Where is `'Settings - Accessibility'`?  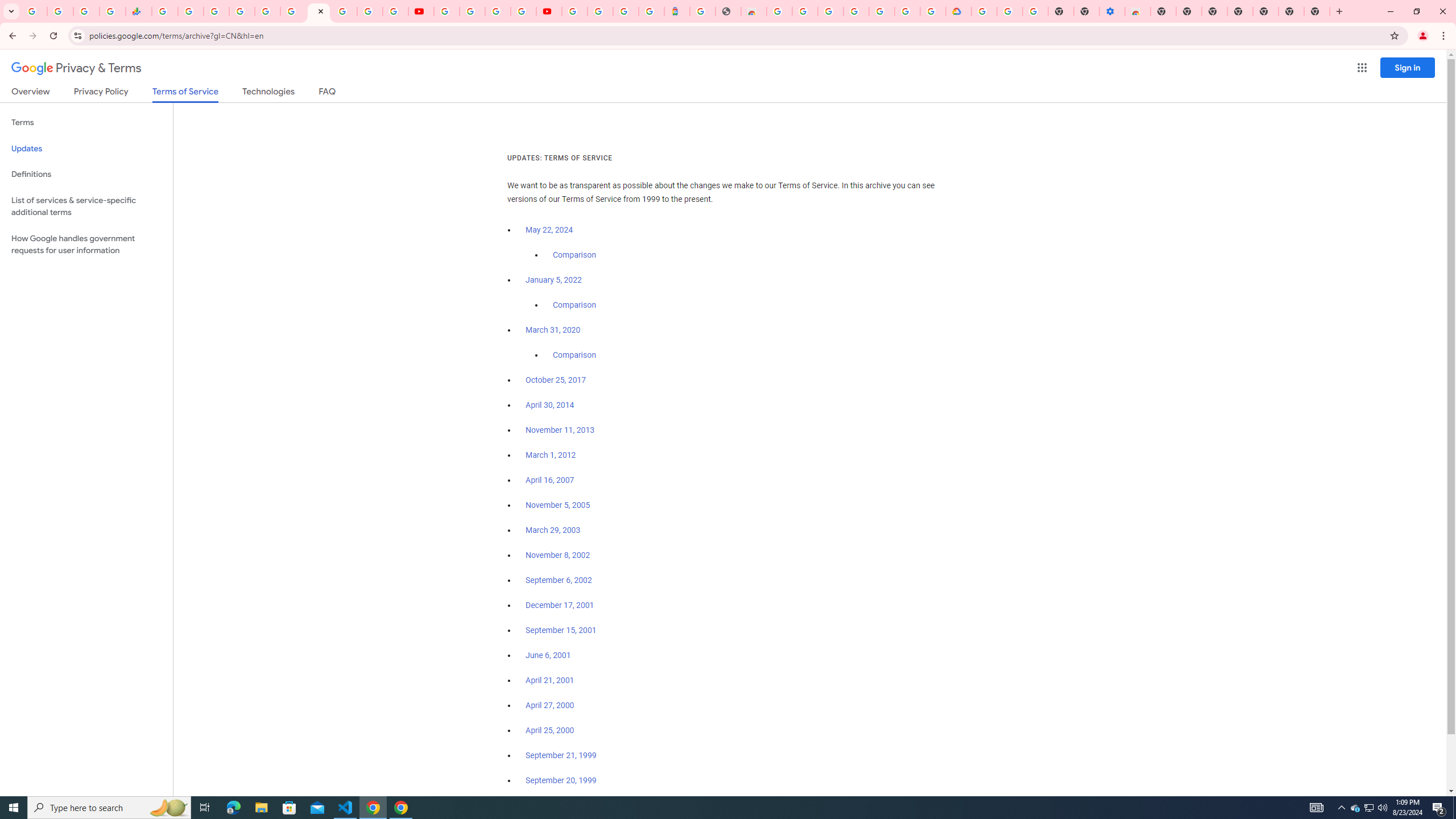
'Settings - Accessibility' is located at coordinates (1111, 11).